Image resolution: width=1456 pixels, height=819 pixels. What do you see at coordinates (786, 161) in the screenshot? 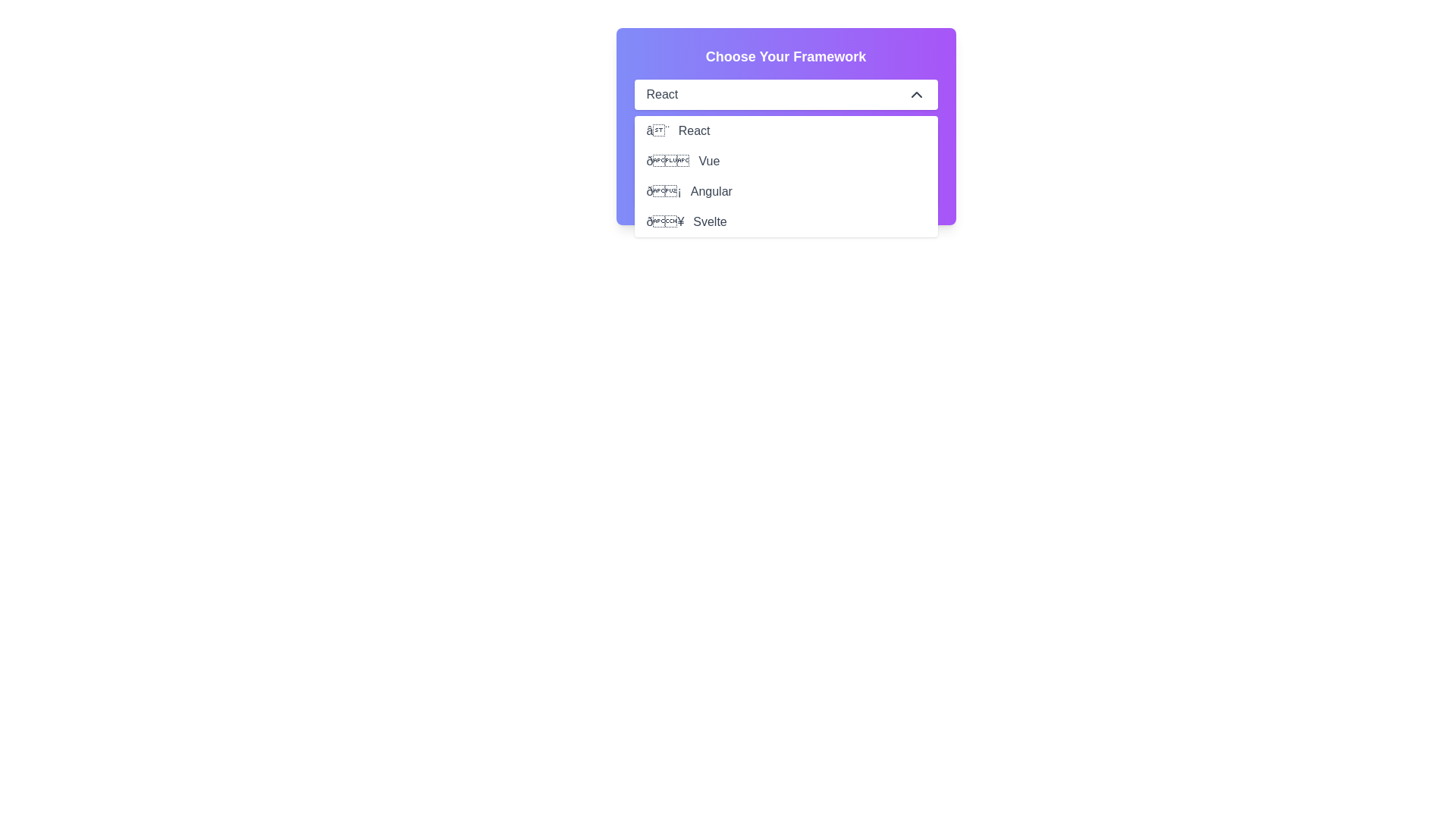
I see `the second item in the dropdown menu` at bounding box center [786, 161].